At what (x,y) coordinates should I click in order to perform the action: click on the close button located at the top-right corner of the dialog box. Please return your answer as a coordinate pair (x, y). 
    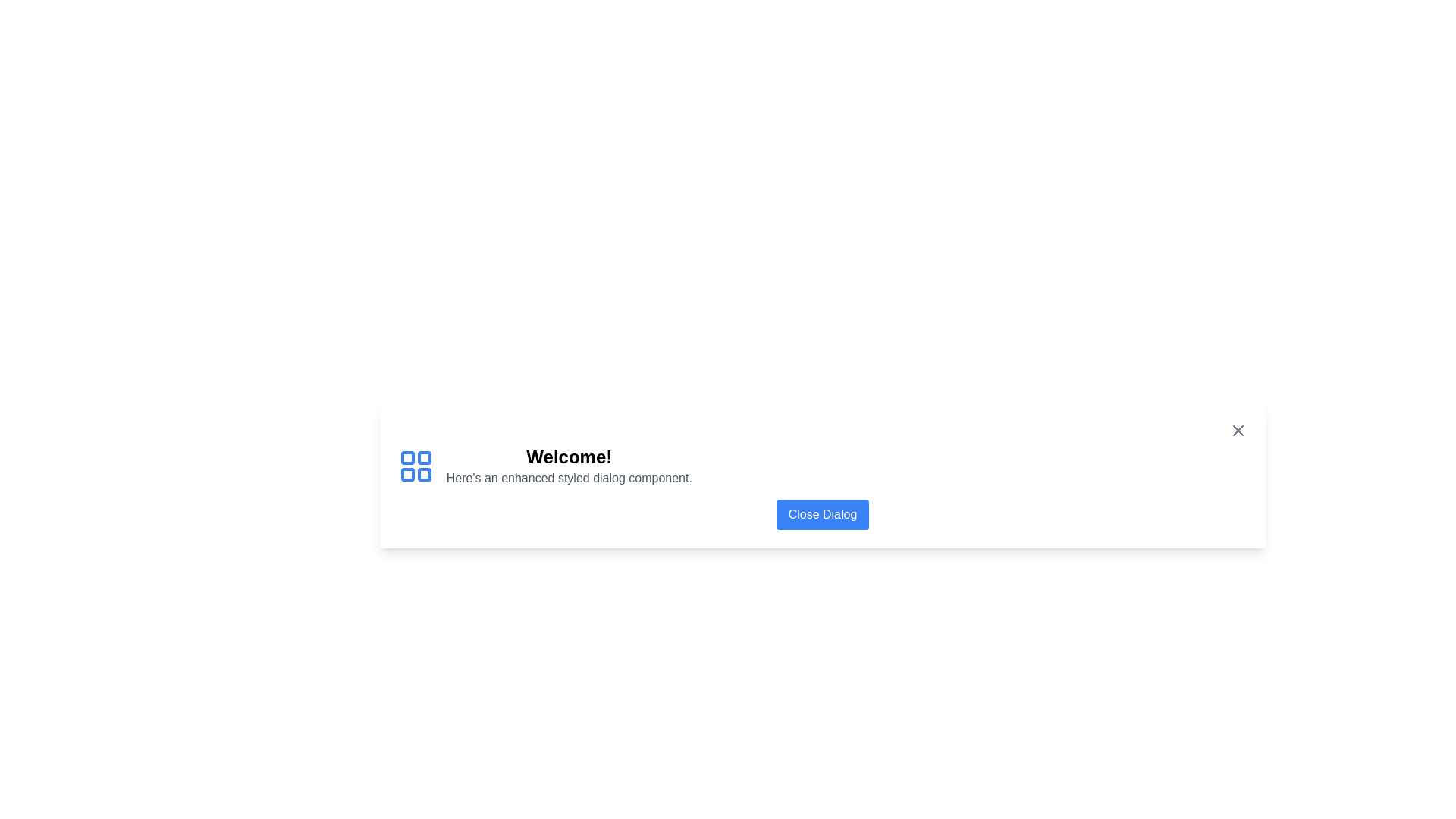
    Looking at the image, I should click on (1238, 430).